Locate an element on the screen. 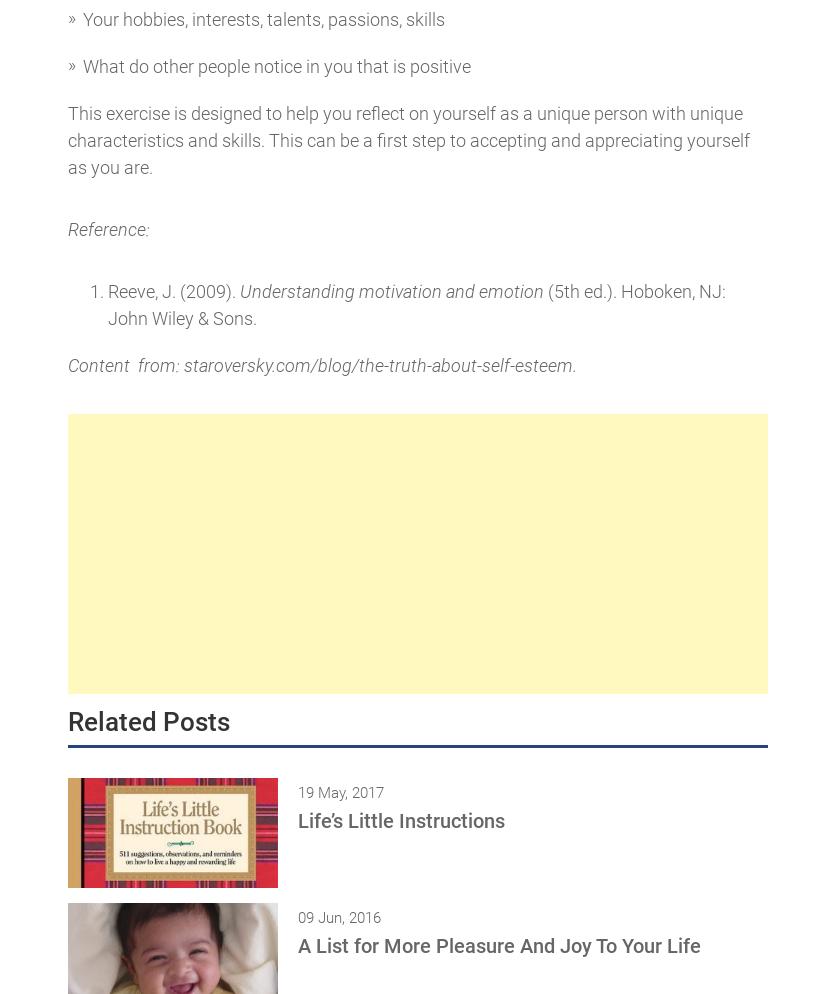 This screenshot has height=994, width=836. '09 Jun, 2016' is located at coordinates (338, 916).